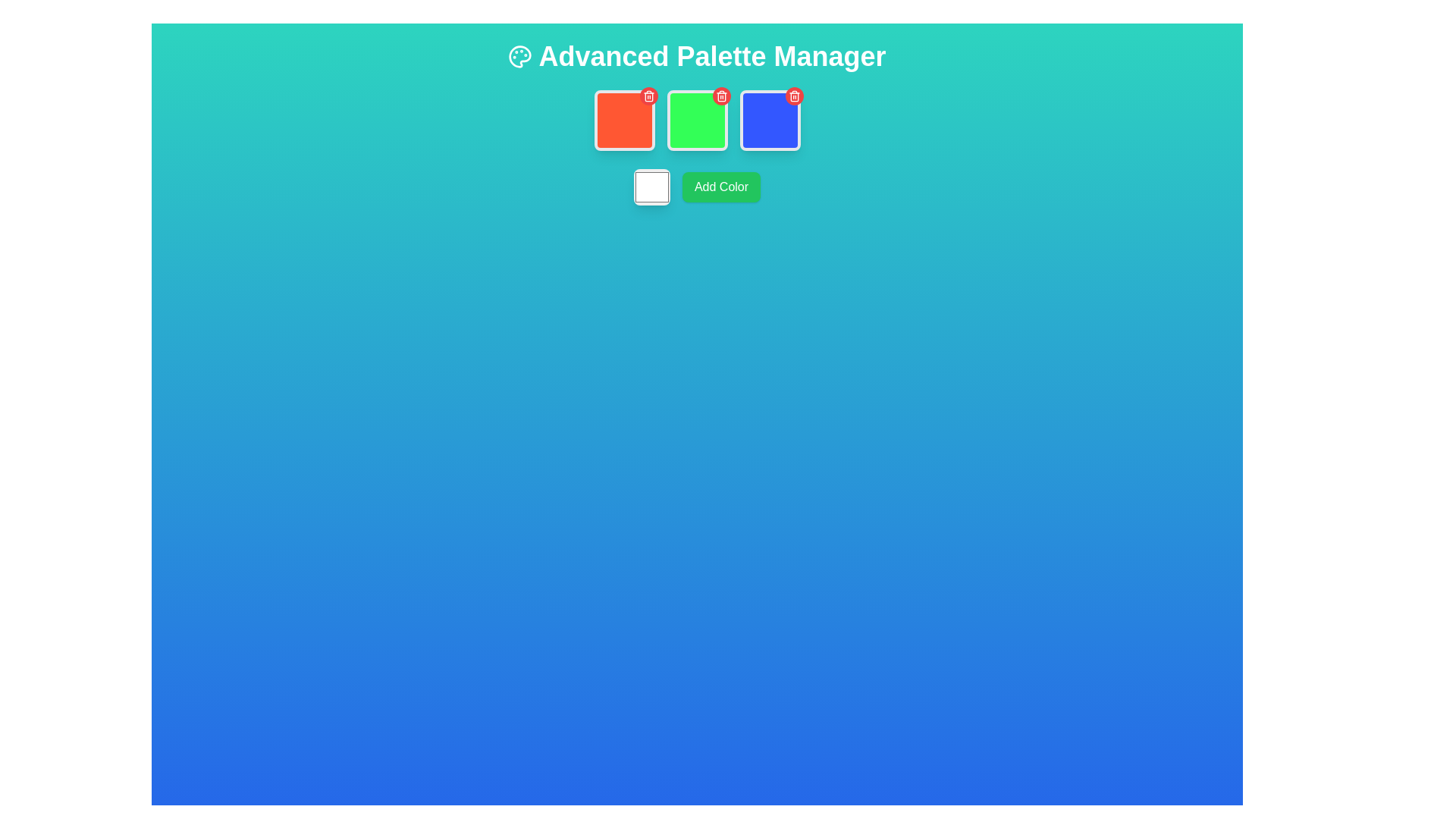  I want to click on the green rectangular button labeled 'Add Color' located slightly below the three colored boxes in the Advanced Palette Manager section, so click(696, 186).